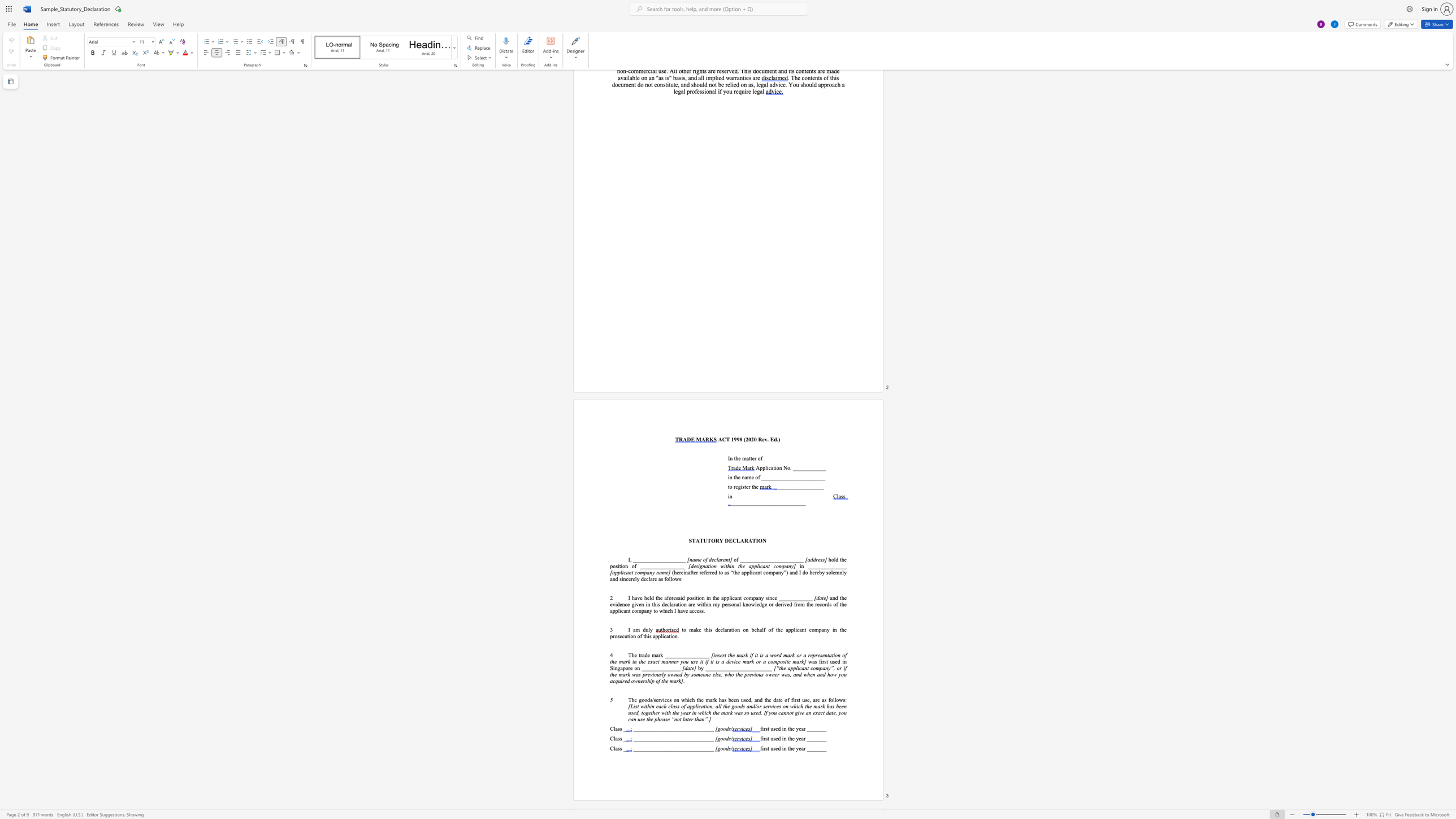 This screenshot has width=1456, height=819. What do you see at coordinates (811, 668) in the screenshot?
I see `the subset text "company”, or if the mark was previo" within the text "[“the applicant company”, or if the mark was previously owned by someone else, who the previous owner was, and when and how you acquired ownership of the mark]"` at bounding box center [811, 668].